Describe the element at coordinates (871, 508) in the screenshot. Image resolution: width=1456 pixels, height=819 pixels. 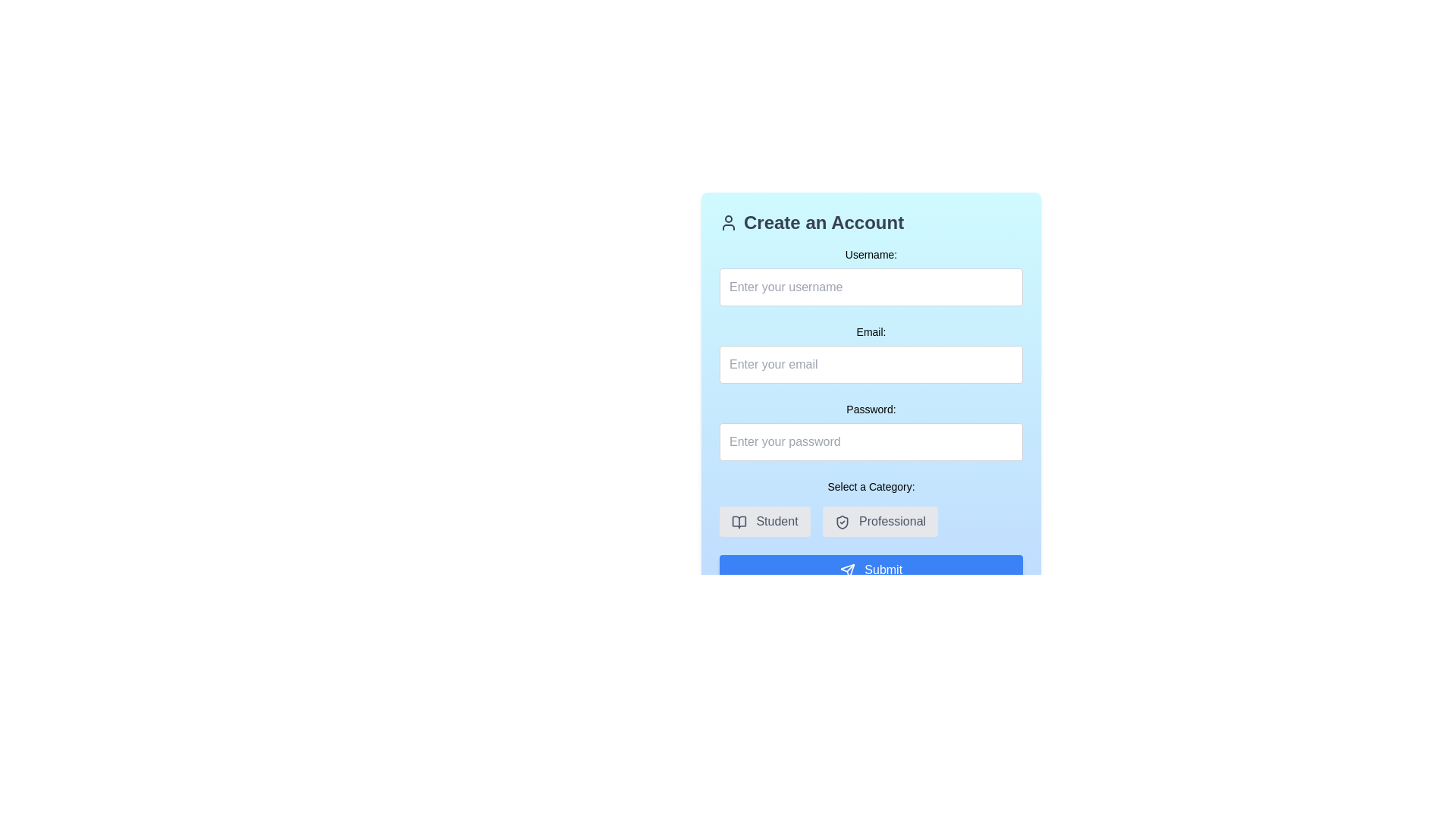
I see `the labeled button group titled 'Select a Category:'` at that location.